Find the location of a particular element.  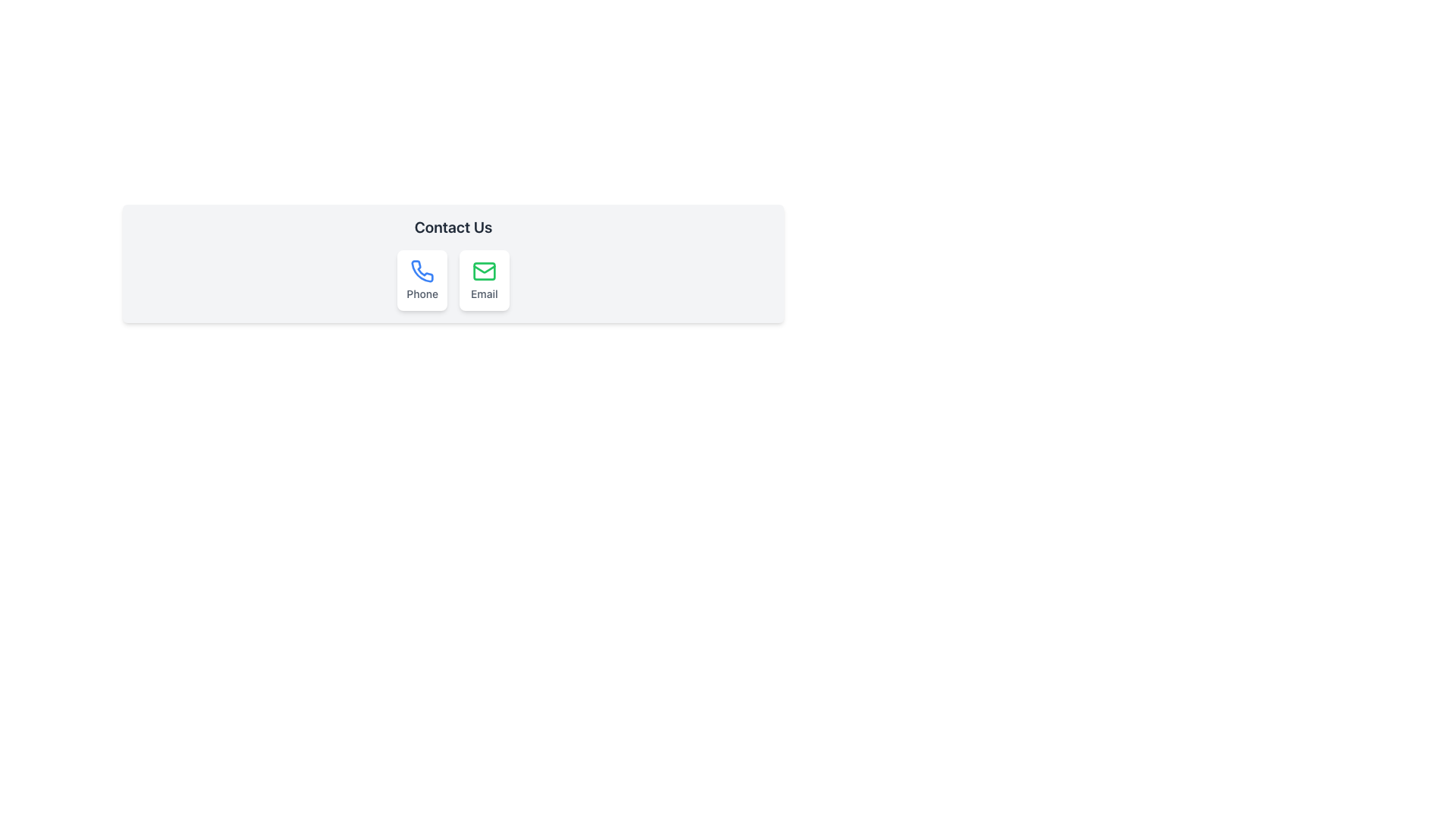

text of the 'Email' label located in the 'Contact Us' section, which is positioned directly below the green envelope icon is located at coordinates (483, 294).